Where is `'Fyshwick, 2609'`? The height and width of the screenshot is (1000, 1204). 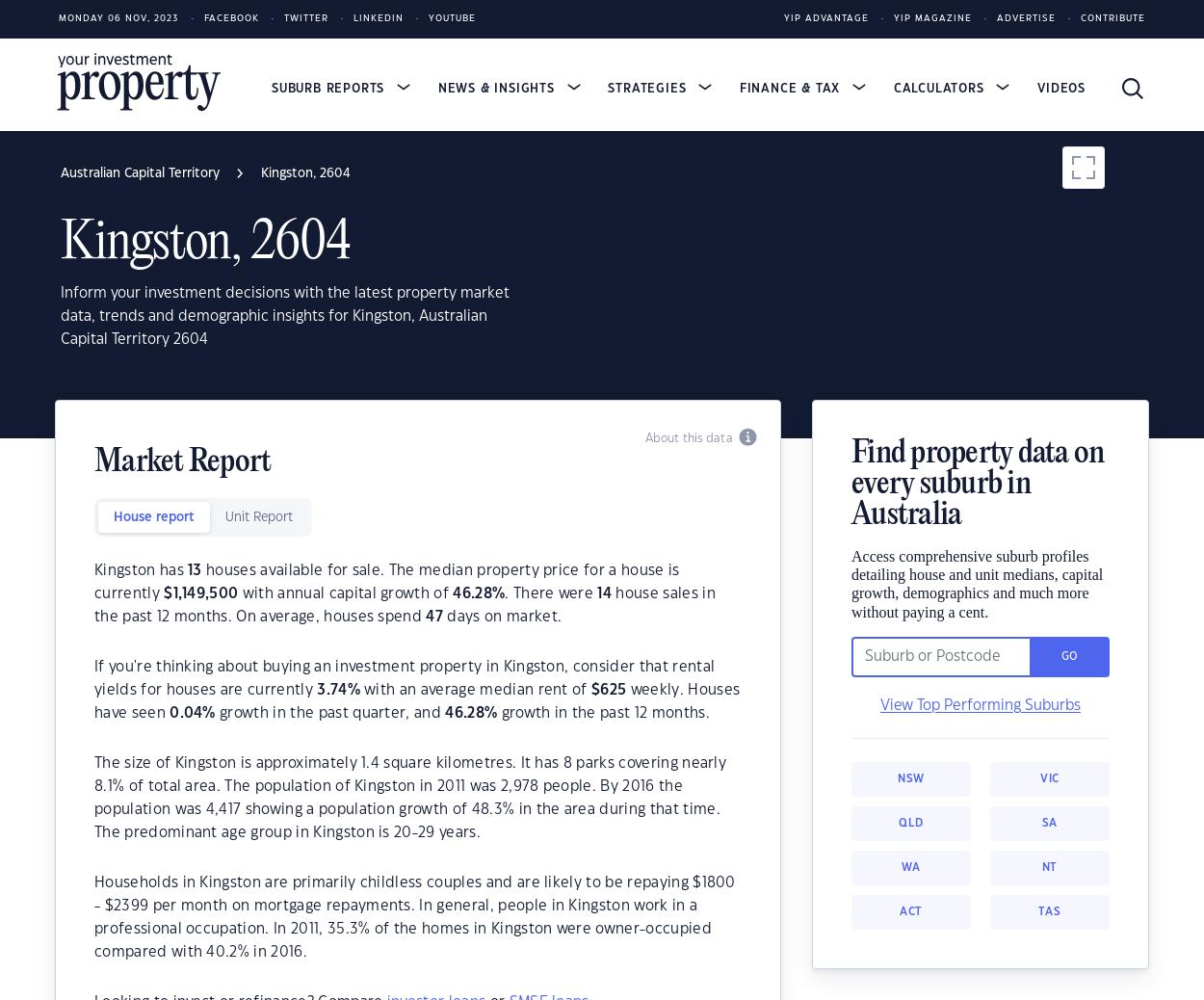 'Fyshwick, 2609' is located at coordinates (121, 425).